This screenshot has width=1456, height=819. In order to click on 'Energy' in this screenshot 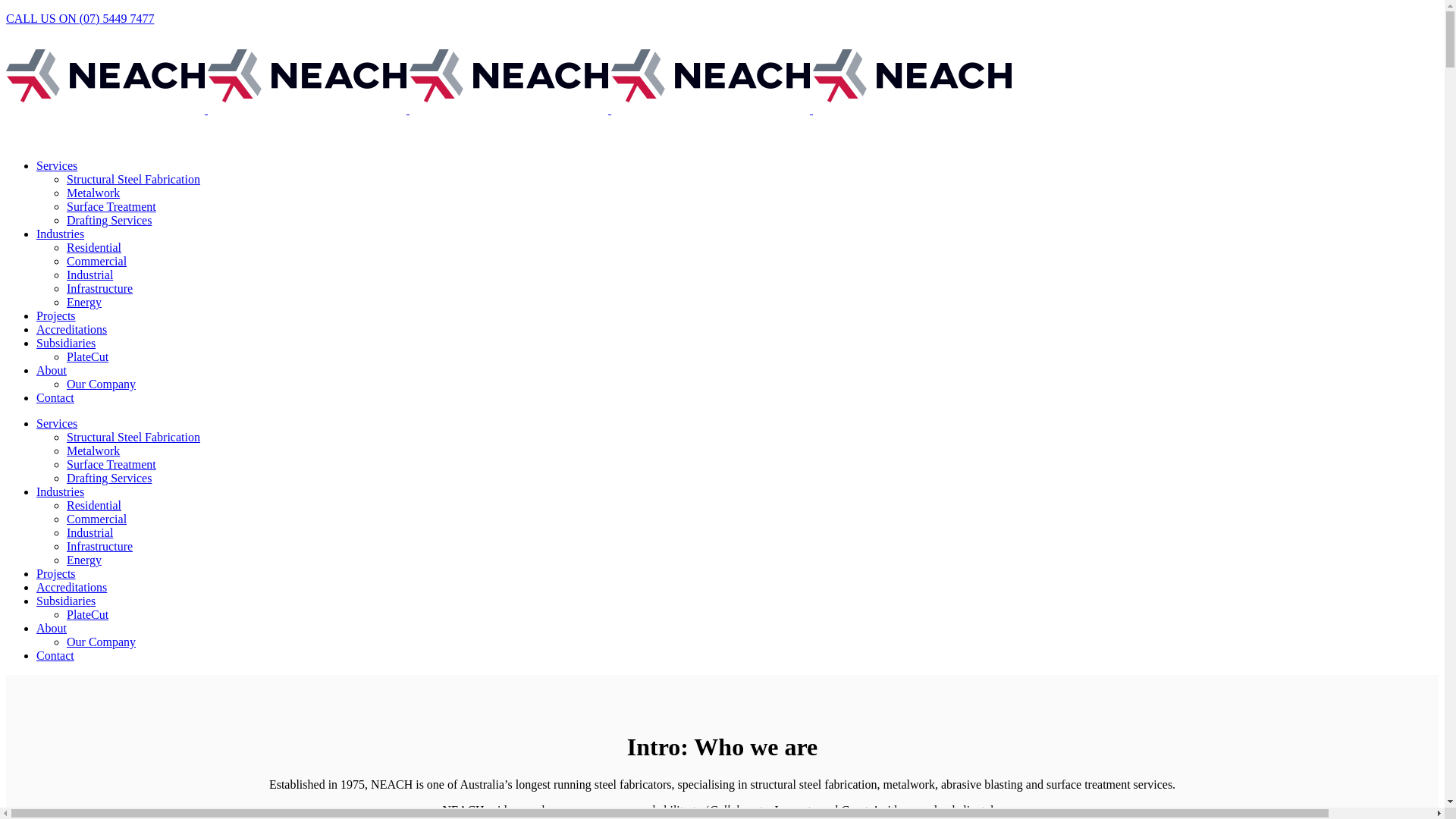, I will do `click(83, 560)`.